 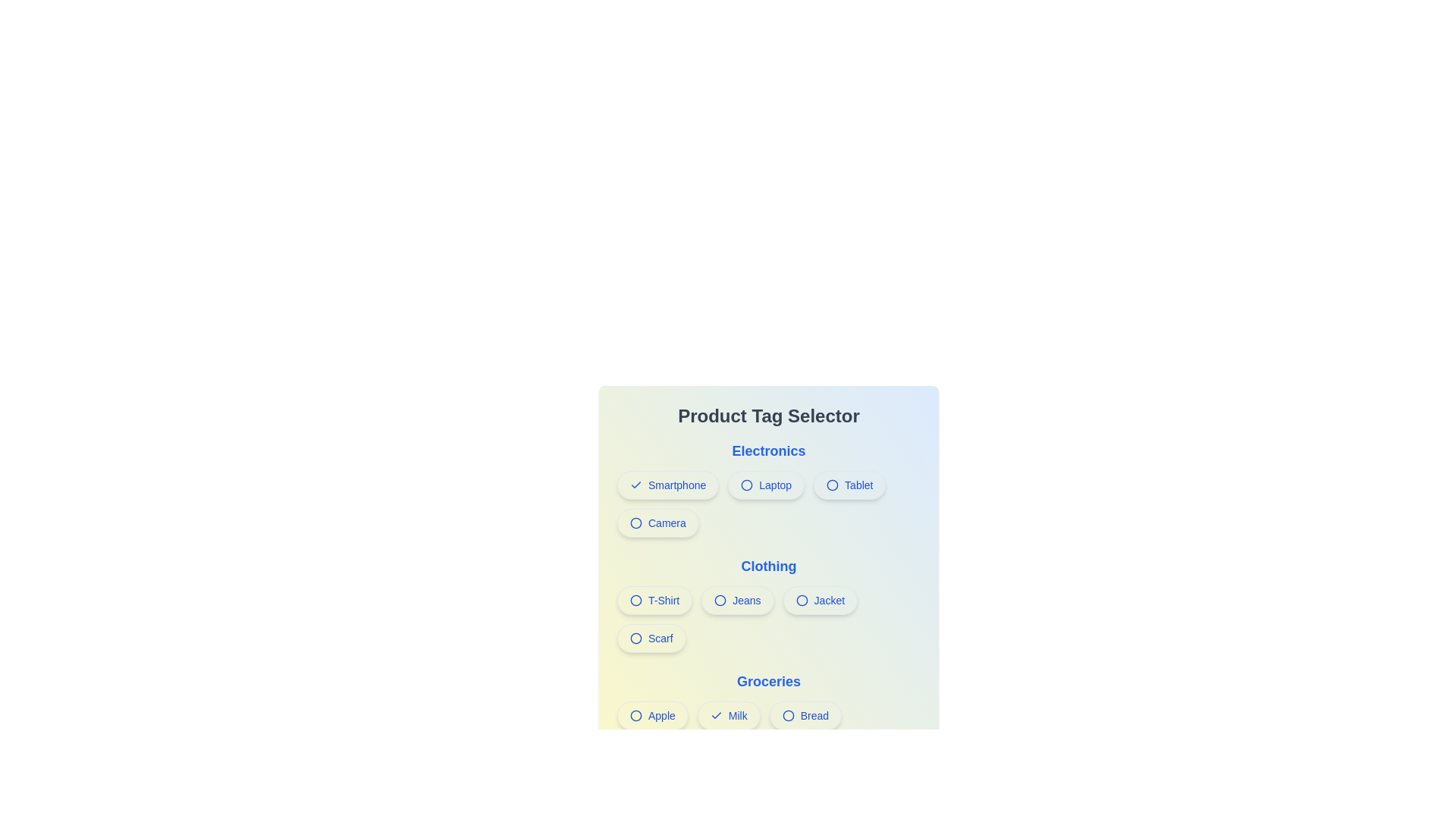 I want to click on the 'Laptop' radio button with a blue border and text, so click(x=765, y=485).